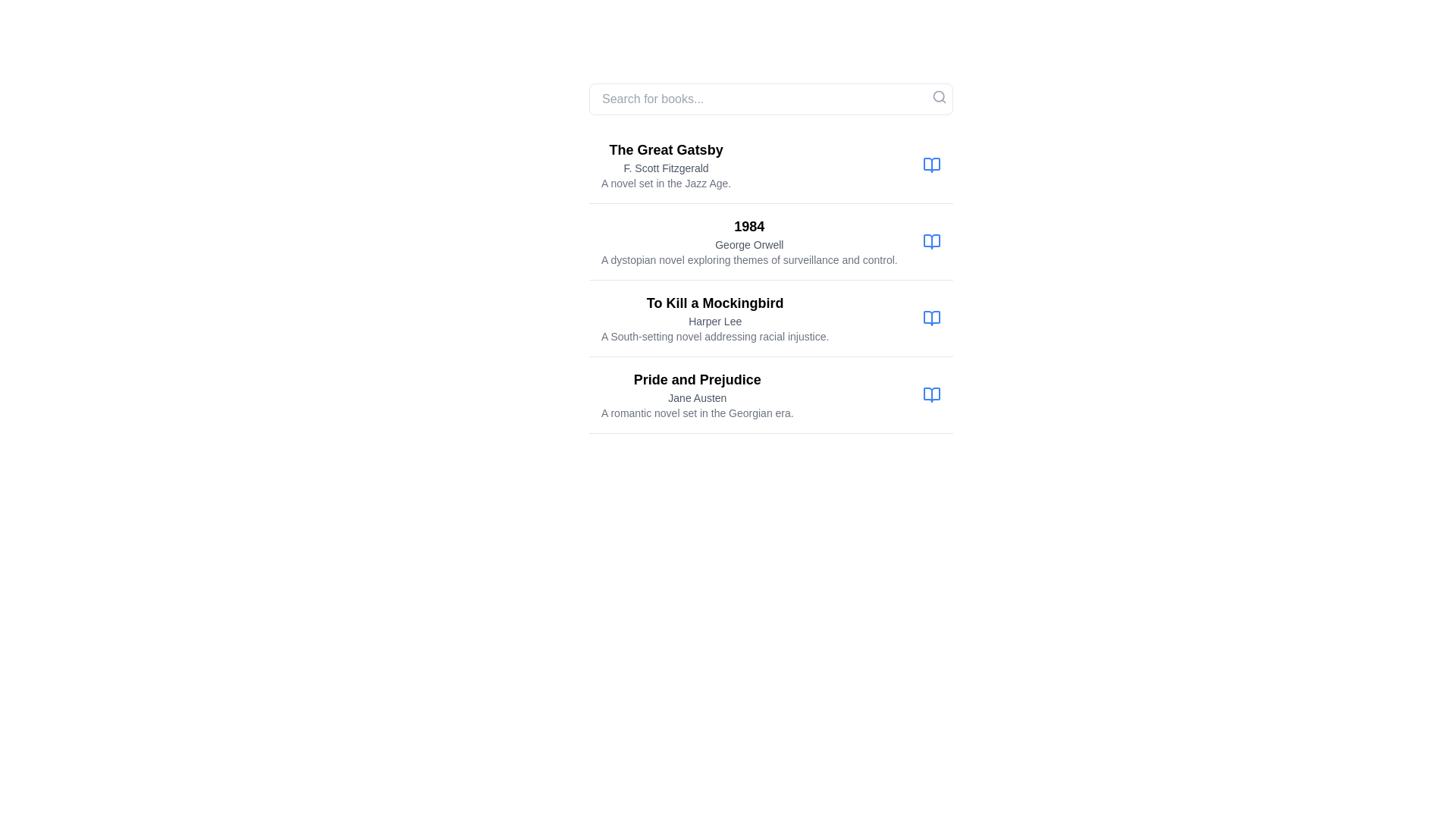  What do you see at coordinates (930, 241) in the screenshot?
I see `the icon to the right of the text '1984'` at bounding box center [930, 241].